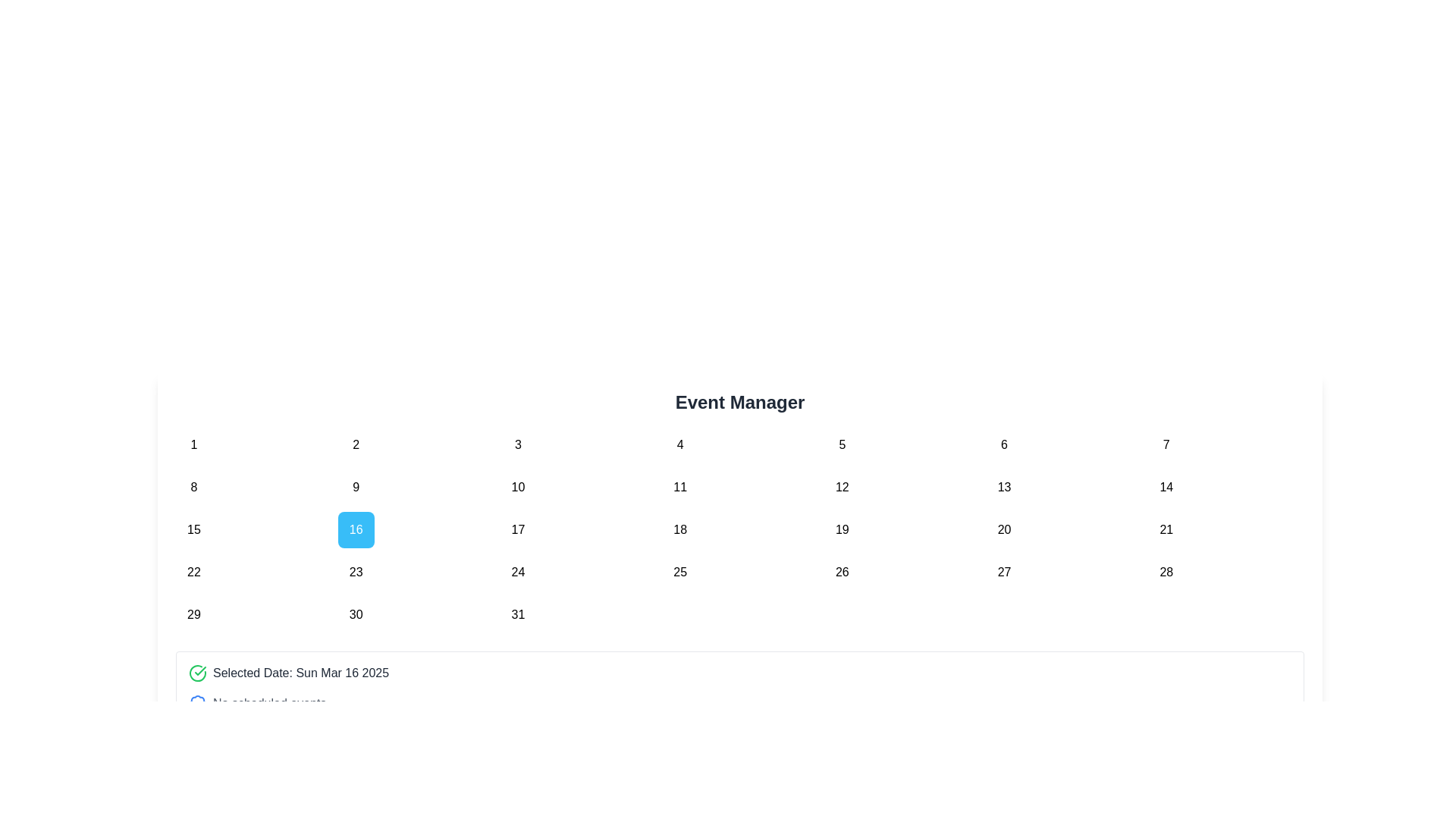 The height and width of the screenshot is (819, 1456). What do you see at coordinates (518, 488) in the screenshot?
I see `the square button with rounded borders displaying the number '10'` at bounding box center [518, 488].